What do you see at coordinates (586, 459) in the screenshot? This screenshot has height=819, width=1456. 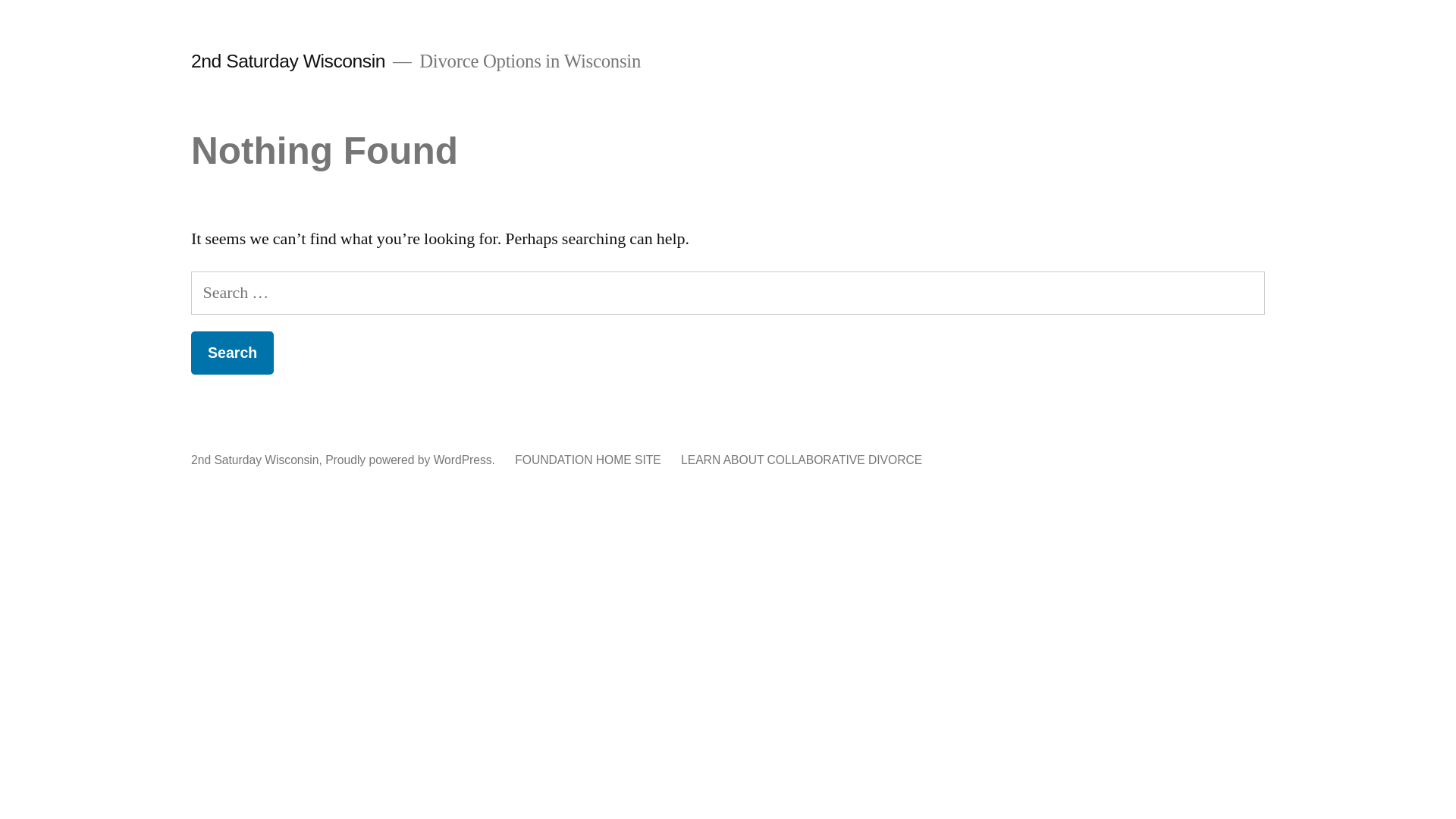 I see `'FOUNDATION HOME SITE'` at bounding box center [586, 459].